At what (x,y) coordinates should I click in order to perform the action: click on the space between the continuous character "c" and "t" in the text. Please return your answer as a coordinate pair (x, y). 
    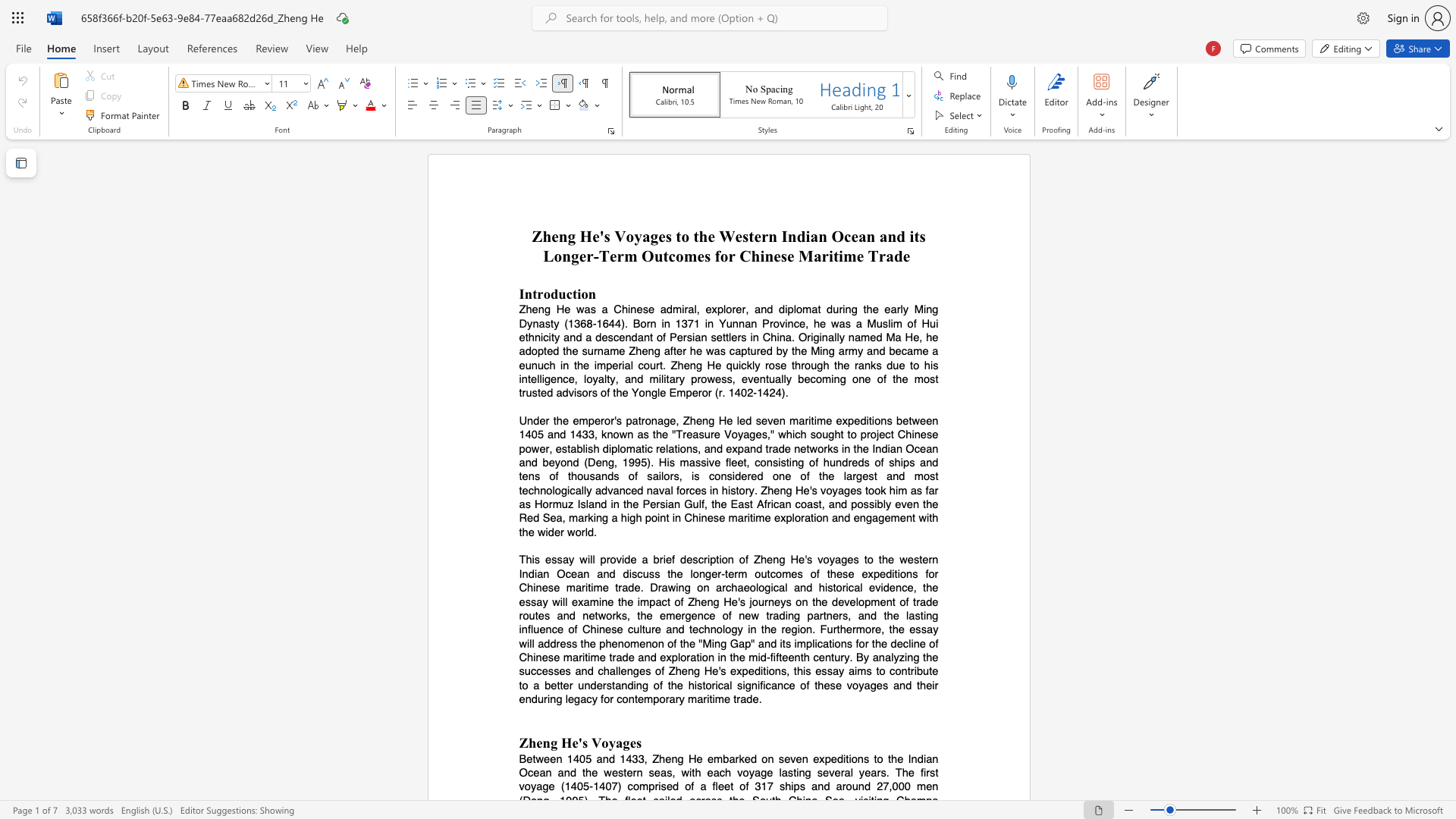
    Looking at the image, I should click on (571, 293).